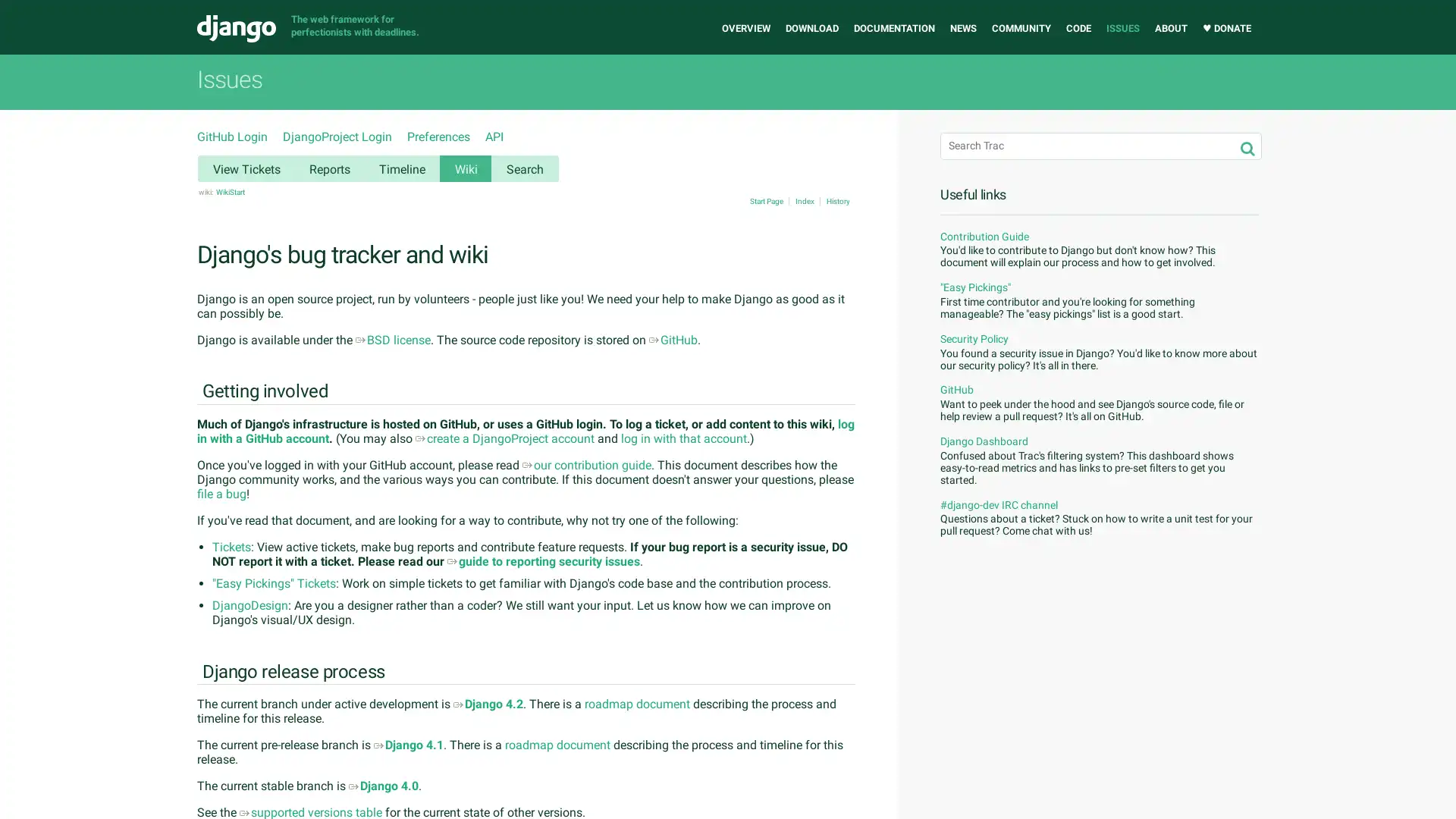 This screenshot has height=819, width=1456. What do you see at coordinates (1247, 149) in the screenshot?
I see `Search` at bounding box center [1247, 149].